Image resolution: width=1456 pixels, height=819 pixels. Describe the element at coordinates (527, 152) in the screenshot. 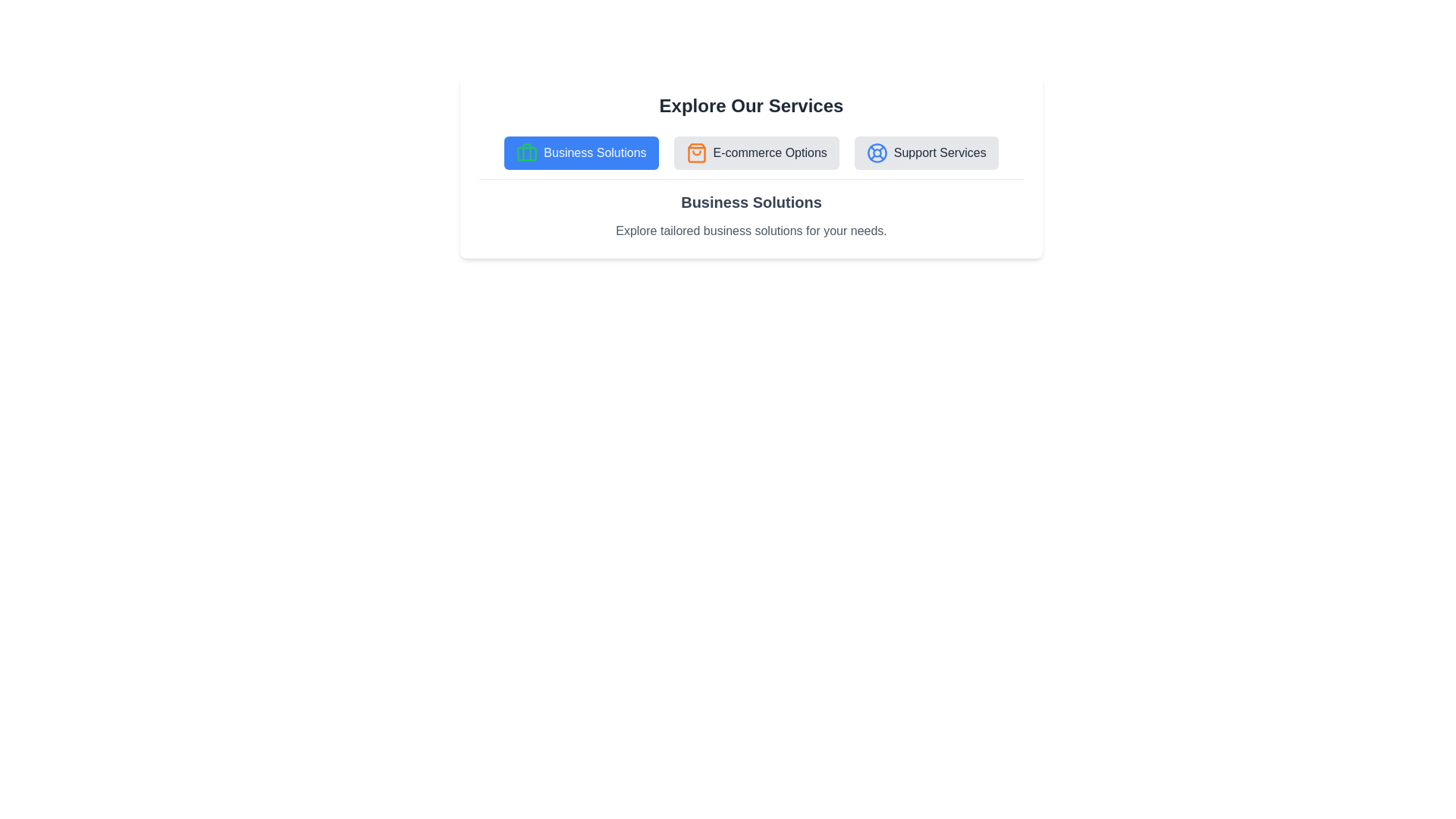

I see `the icon associated with the tab Business Solutions` at that location.